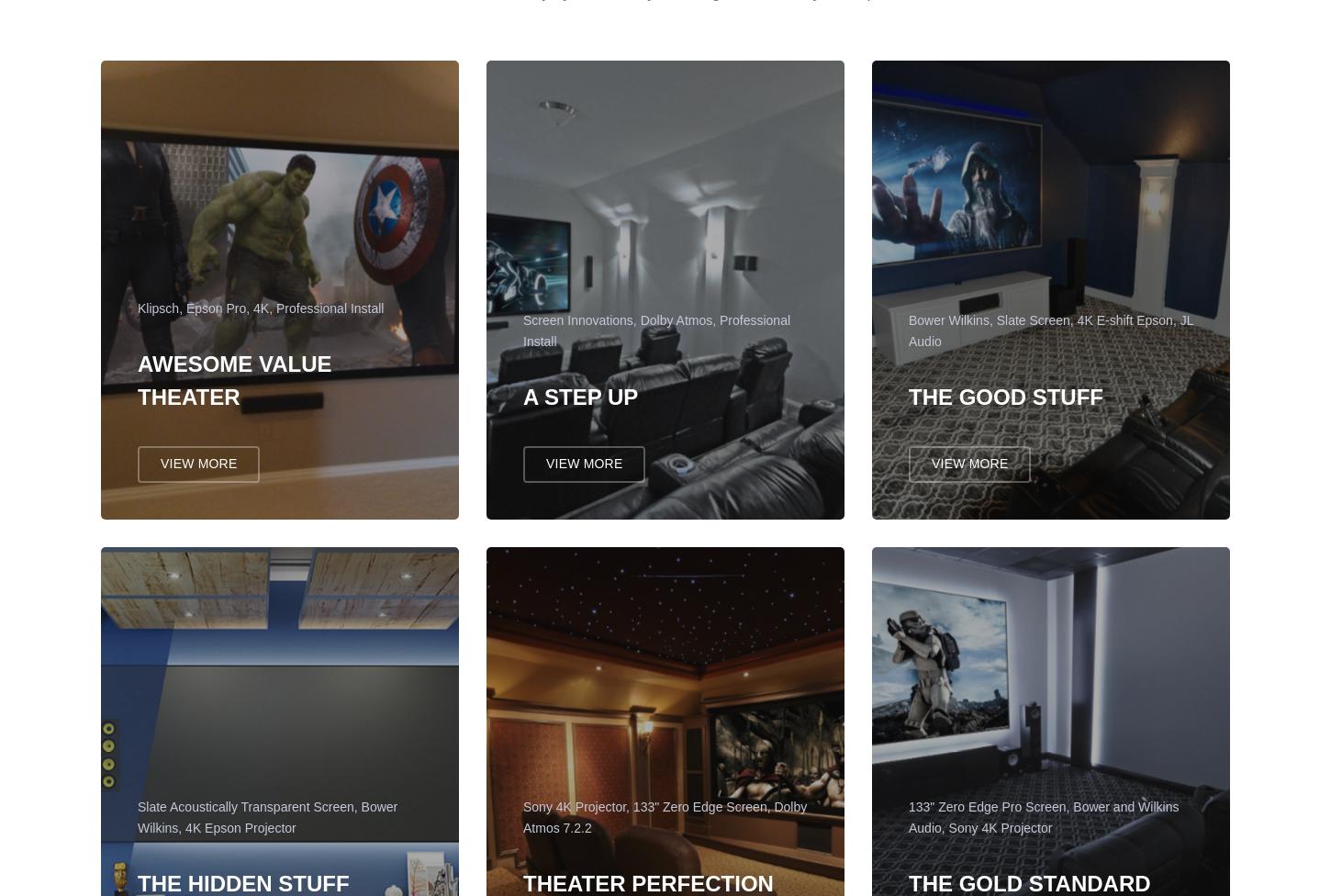 This screenshot has width=1331, height=896. I want to click on 'a step up', so click(579, 404).